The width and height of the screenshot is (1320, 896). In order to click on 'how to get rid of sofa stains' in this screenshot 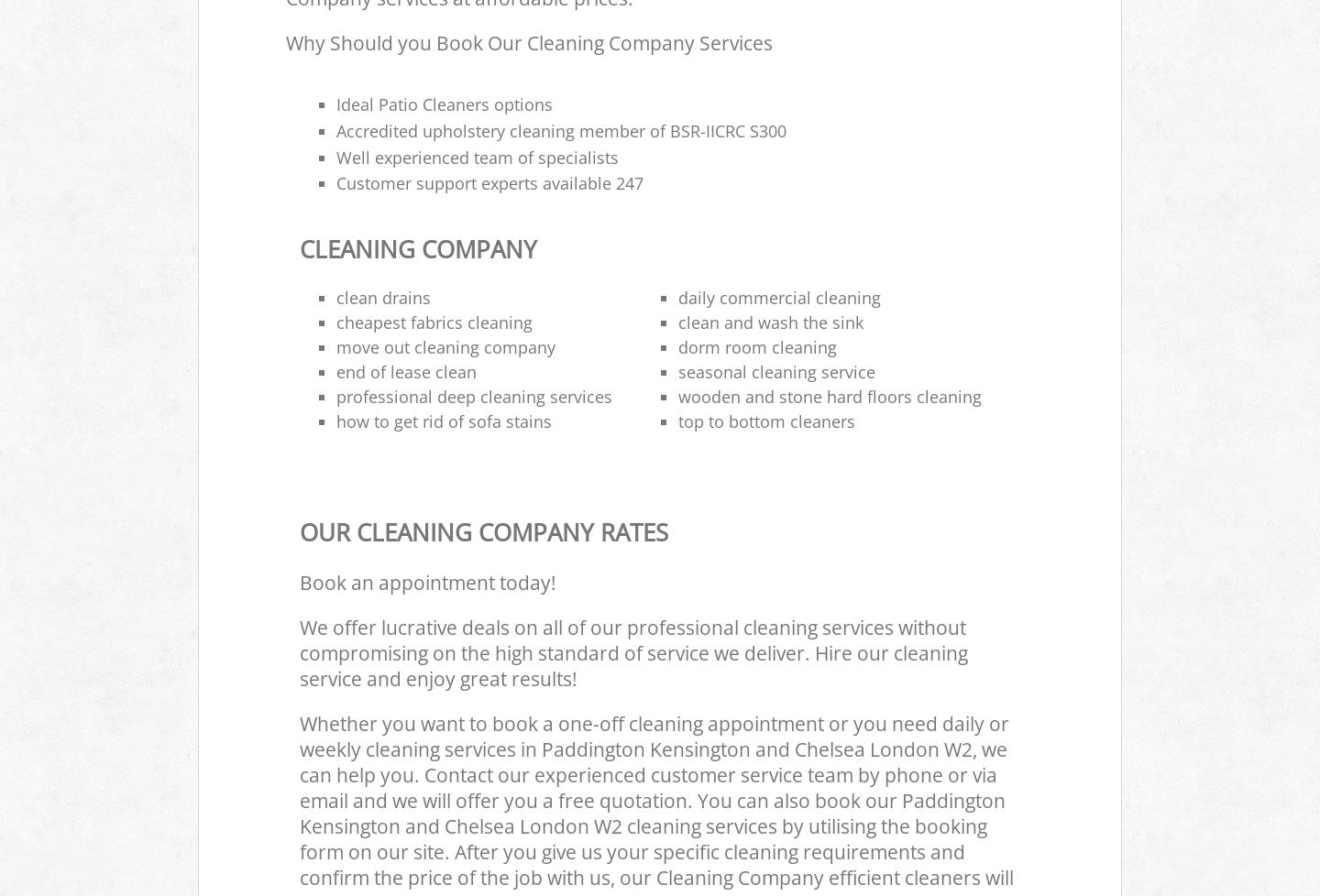, I will do `click(443, 420)`.